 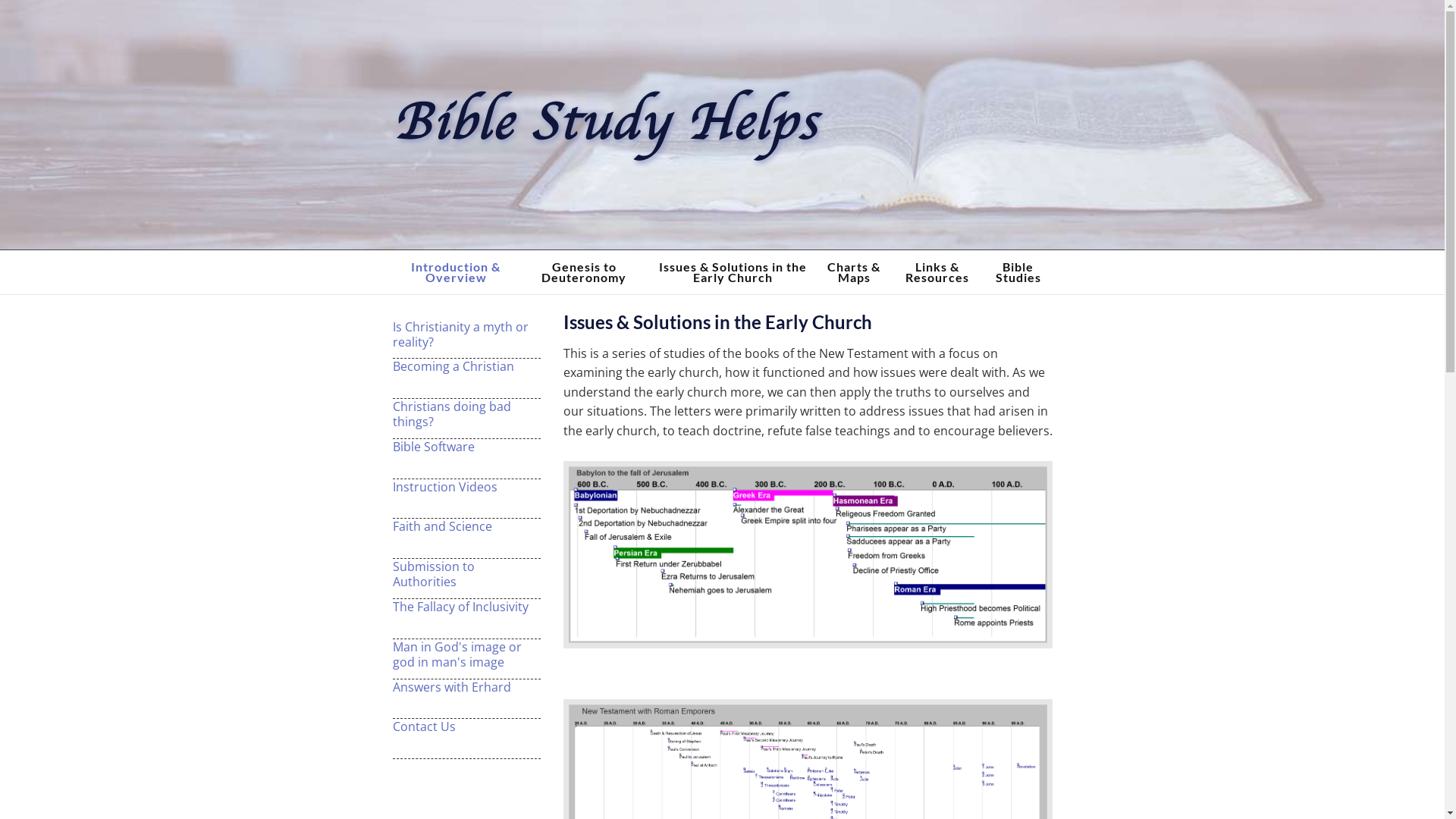 What do you see at coordinates (466, 687) in the screenshot?
I see `'Answers with Erhard'` at bounding box center [466, 687].